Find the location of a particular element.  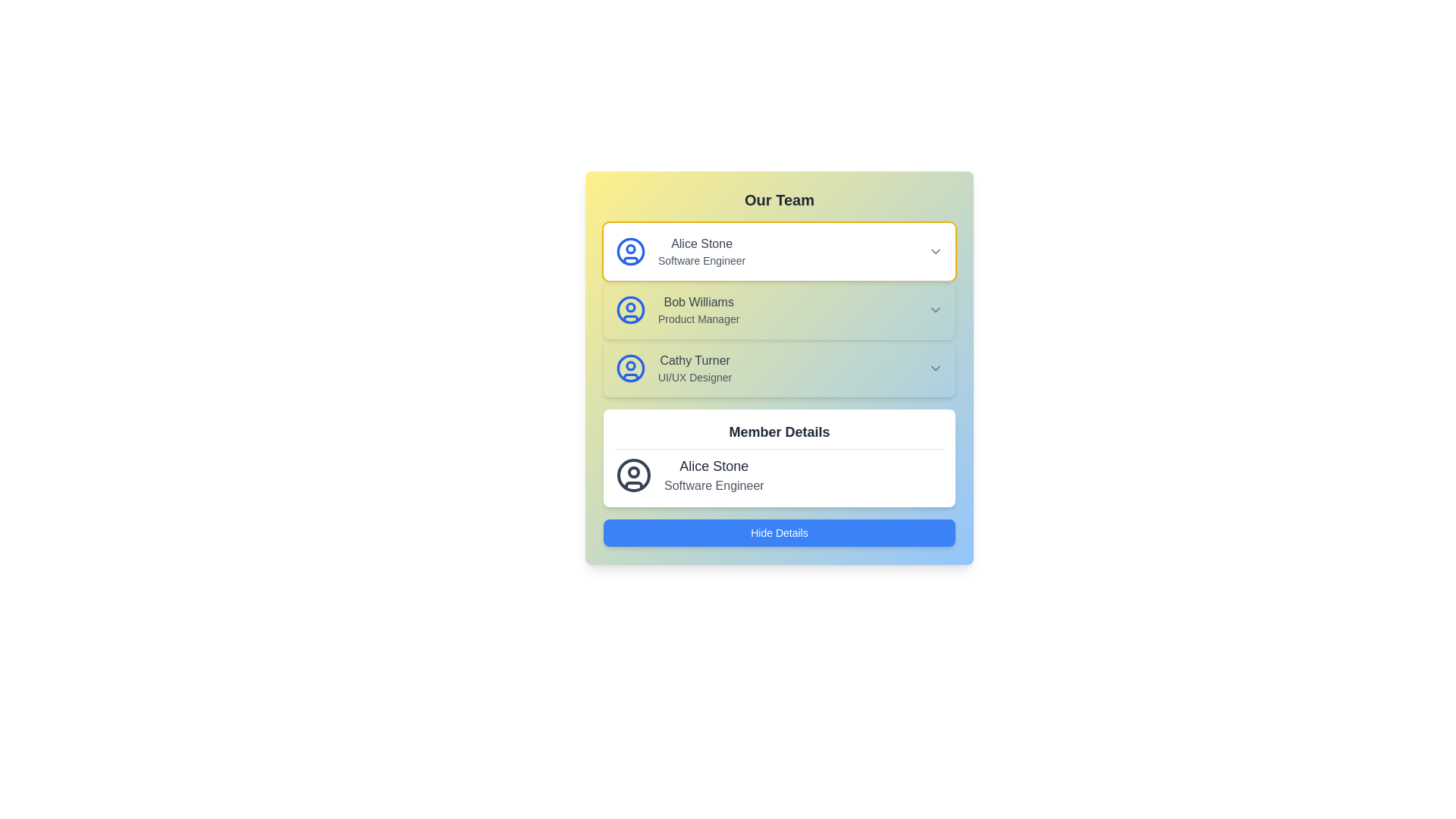

the graphical component within the SVG-based user icon next to 'Alice Stone' in the 'Our Team' section is located at coordinates (630, 247).